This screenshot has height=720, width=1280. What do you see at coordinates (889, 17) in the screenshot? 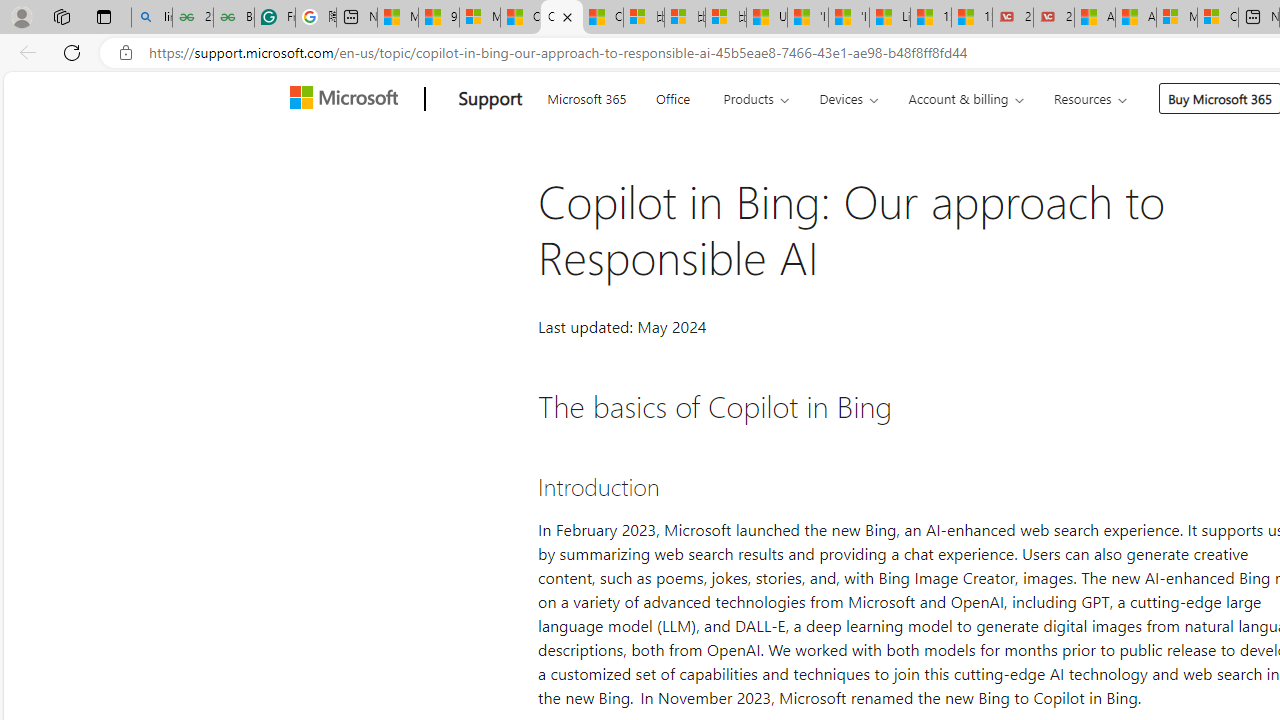
I see `'Lifestyle - MSN'` at bounding box center [889, 17].